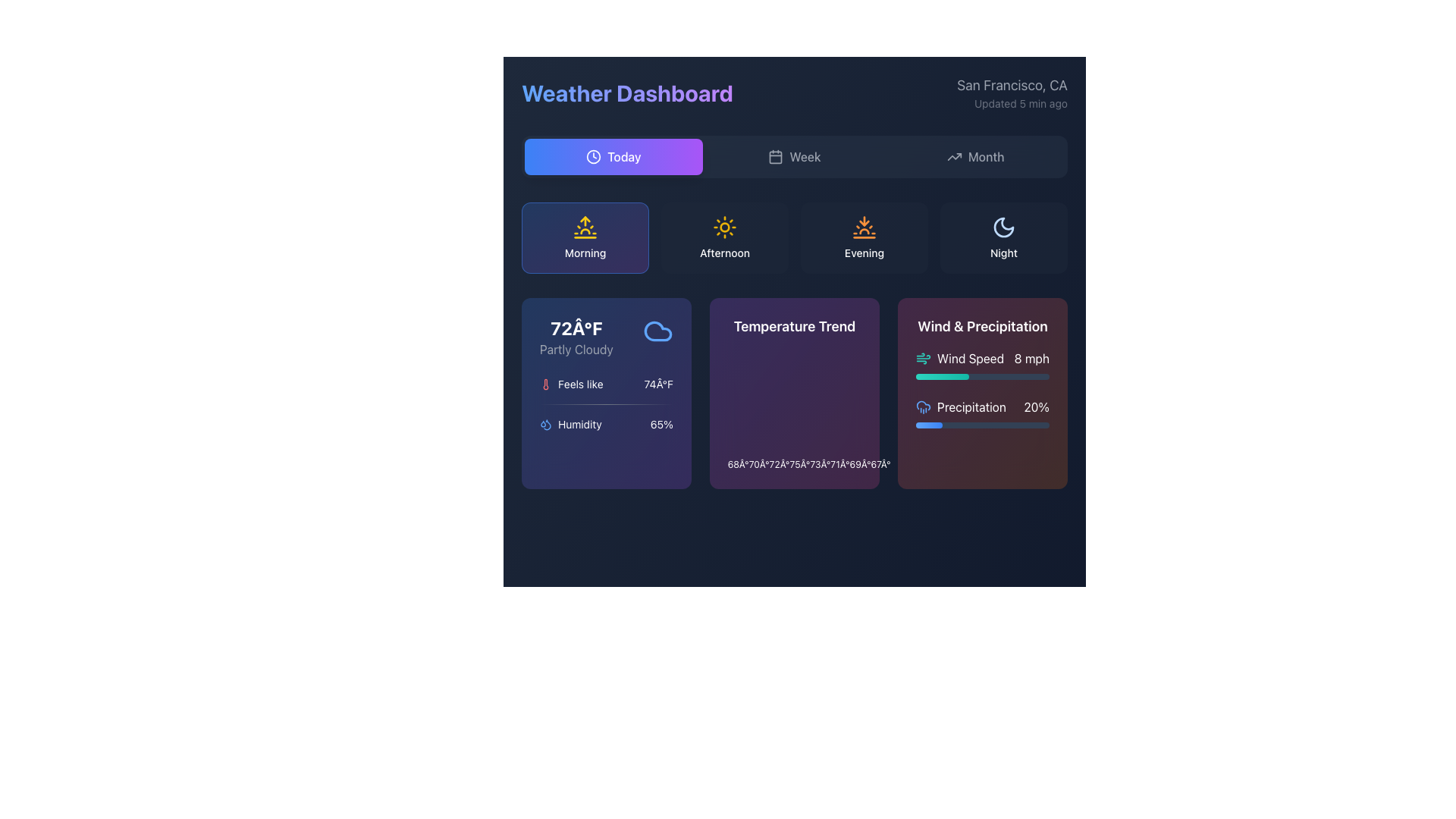 This screenshot has width=1456, height=819. What do you see at coordinates (820, 464) in the screenshot?
I see `the static text label displaying '73Â°' in a small font, which is styled with a clean sans-serif typeface and appears white against a dark purple background within the 'Temperature Trend' section` at bounding box center [820, 464].